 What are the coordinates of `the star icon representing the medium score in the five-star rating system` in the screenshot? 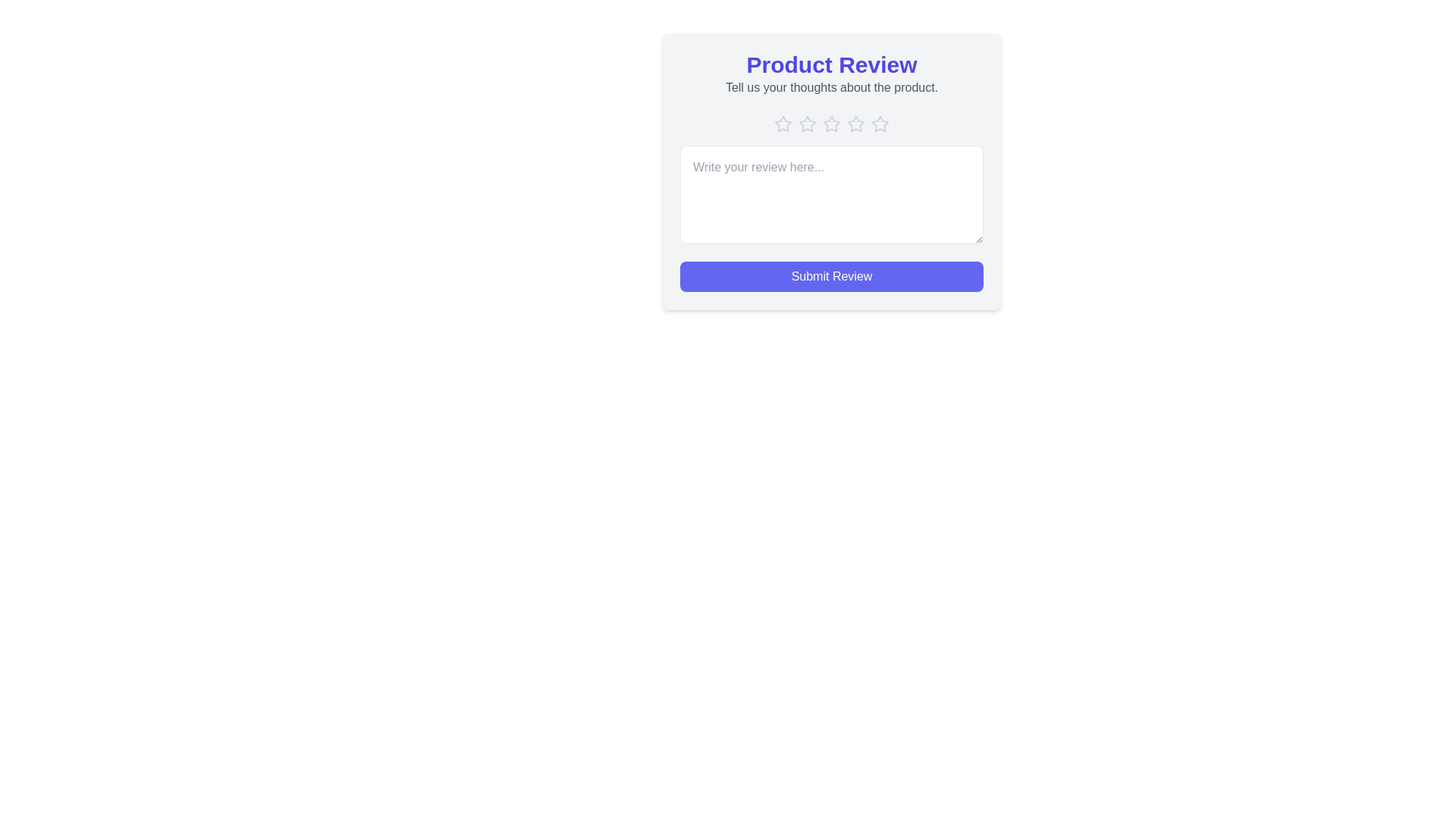 It's located at (855, 124).